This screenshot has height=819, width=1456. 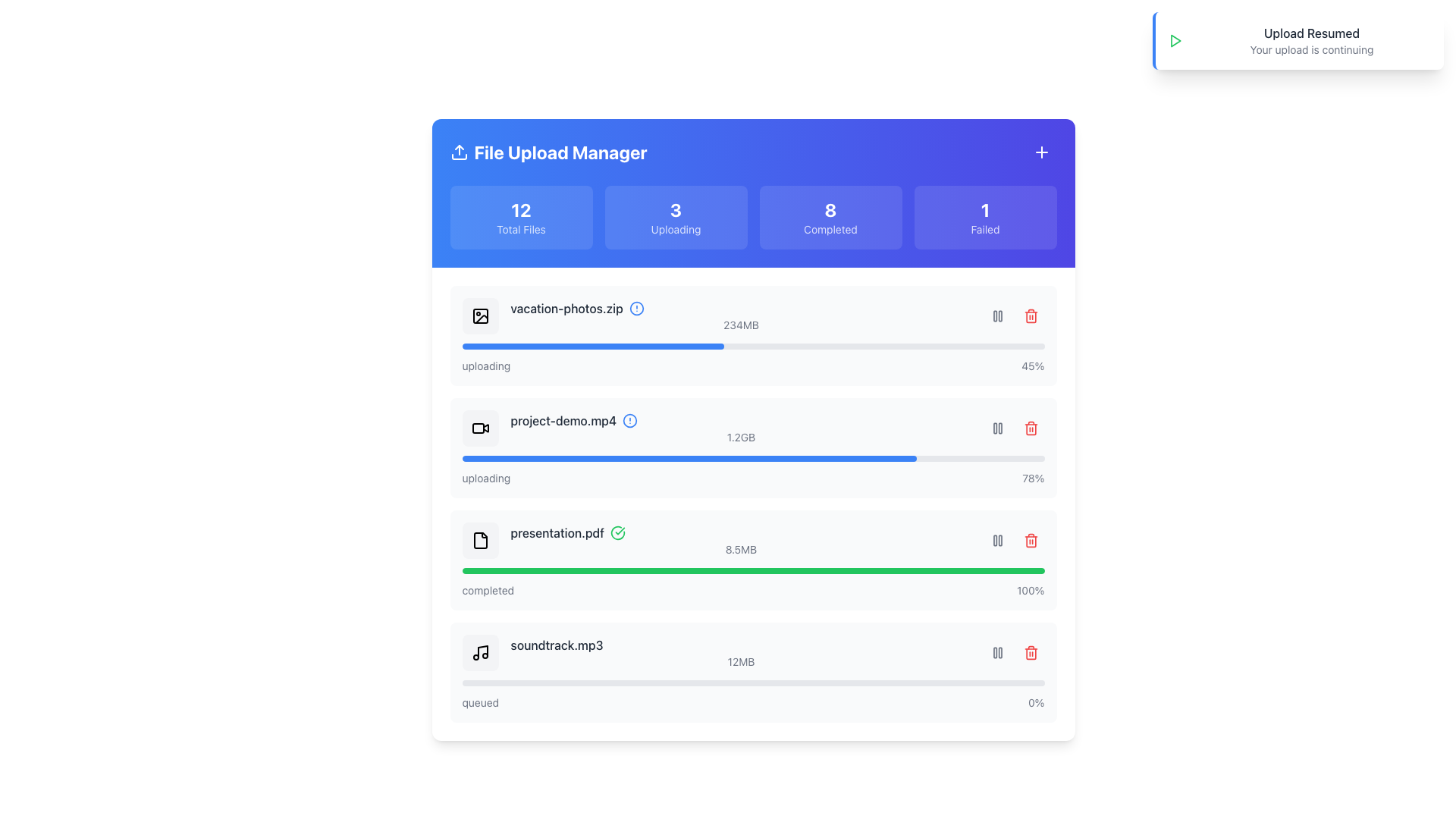 What do you see at coordinates (997, 540) in the screenshot?
I see `the pause button located to the right of the row for 'presentation.pdf' to change its background color` at bounding box center [997, 540].